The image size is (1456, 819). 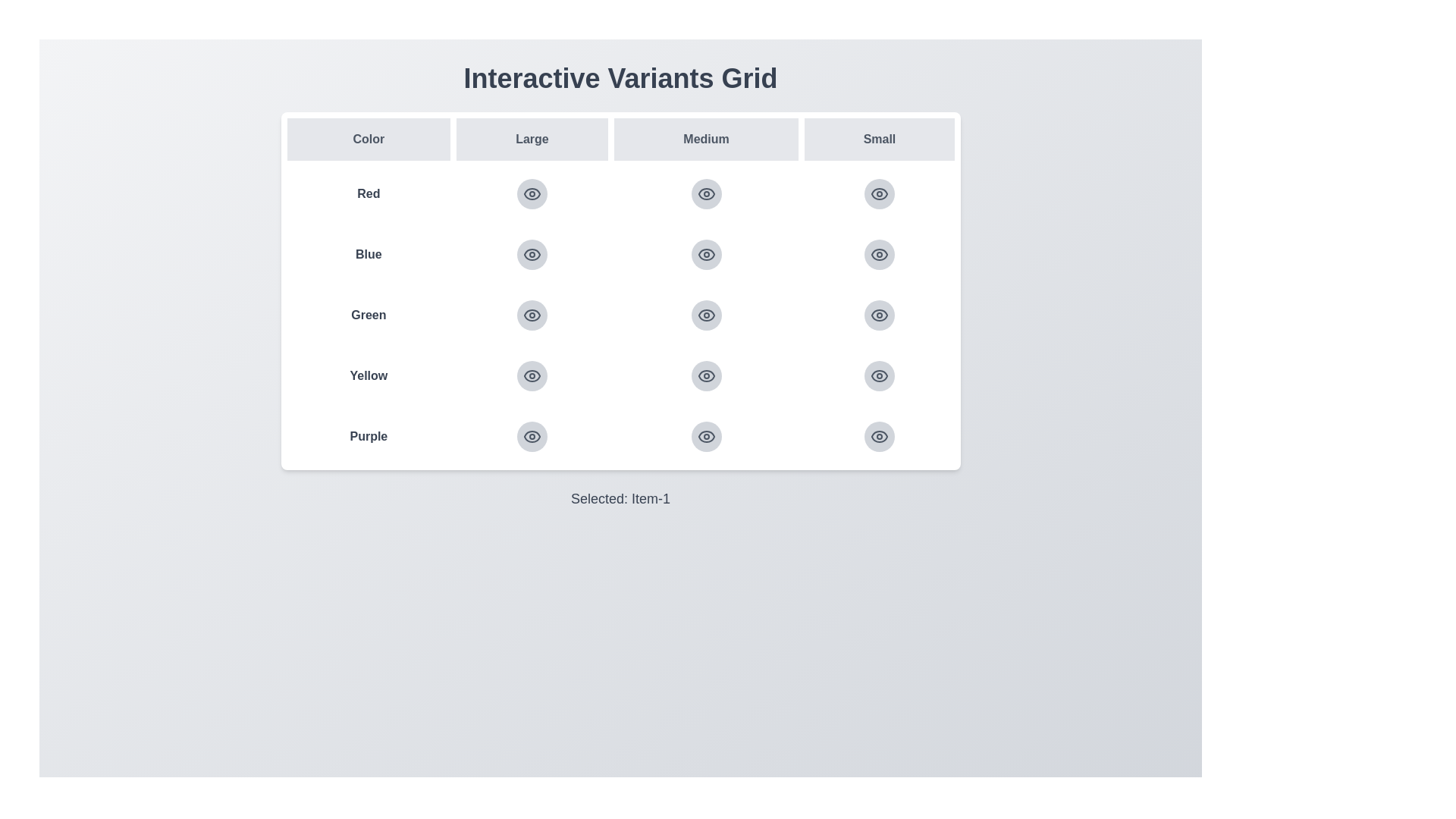 What do you see at coordinates (532, 193) in the screenshot?
I see `the Eye symbol icon within the button in the 'Large' column and 'Red' row of the 'Interactive Variants Grid'` at bounding box center [532, 193].